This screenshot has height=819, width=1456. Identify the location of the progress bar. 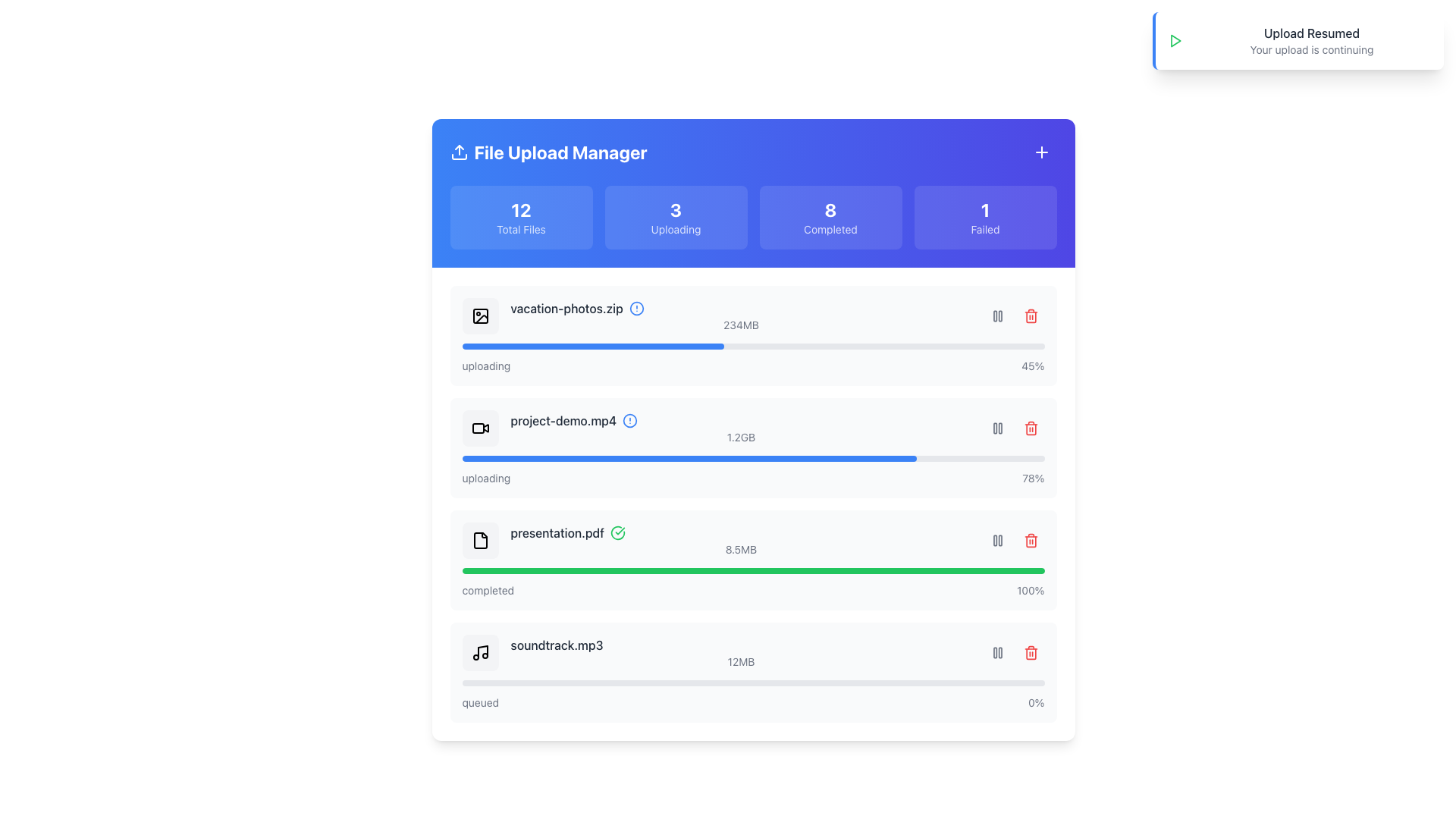
(546, 346).